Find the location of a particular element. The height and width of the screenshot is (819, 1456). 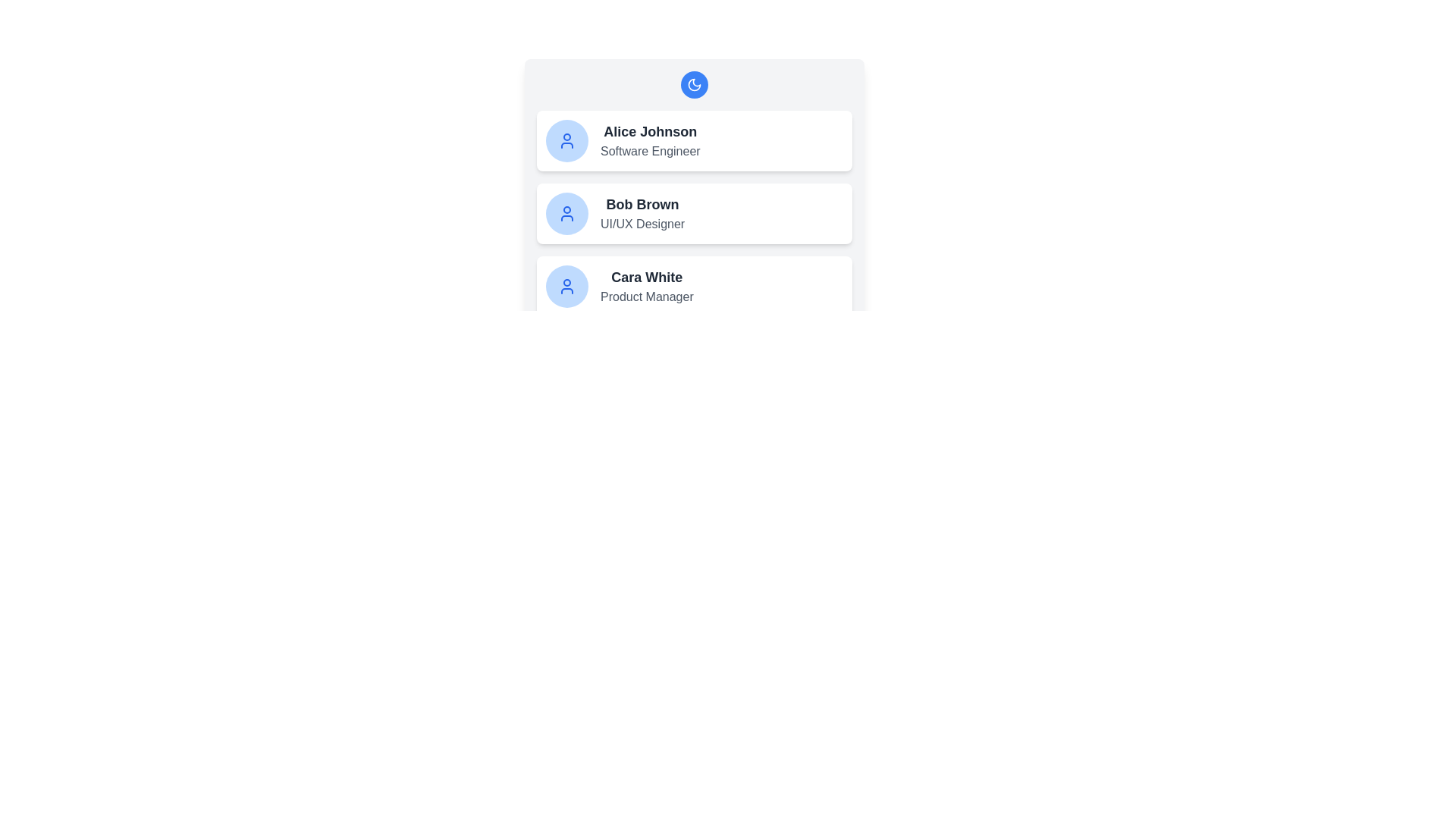

the blue circular user icon located at the left side of the card above the text 'Alice Johnson' and 'Software Engineer' is located at coordinates (566, 140).